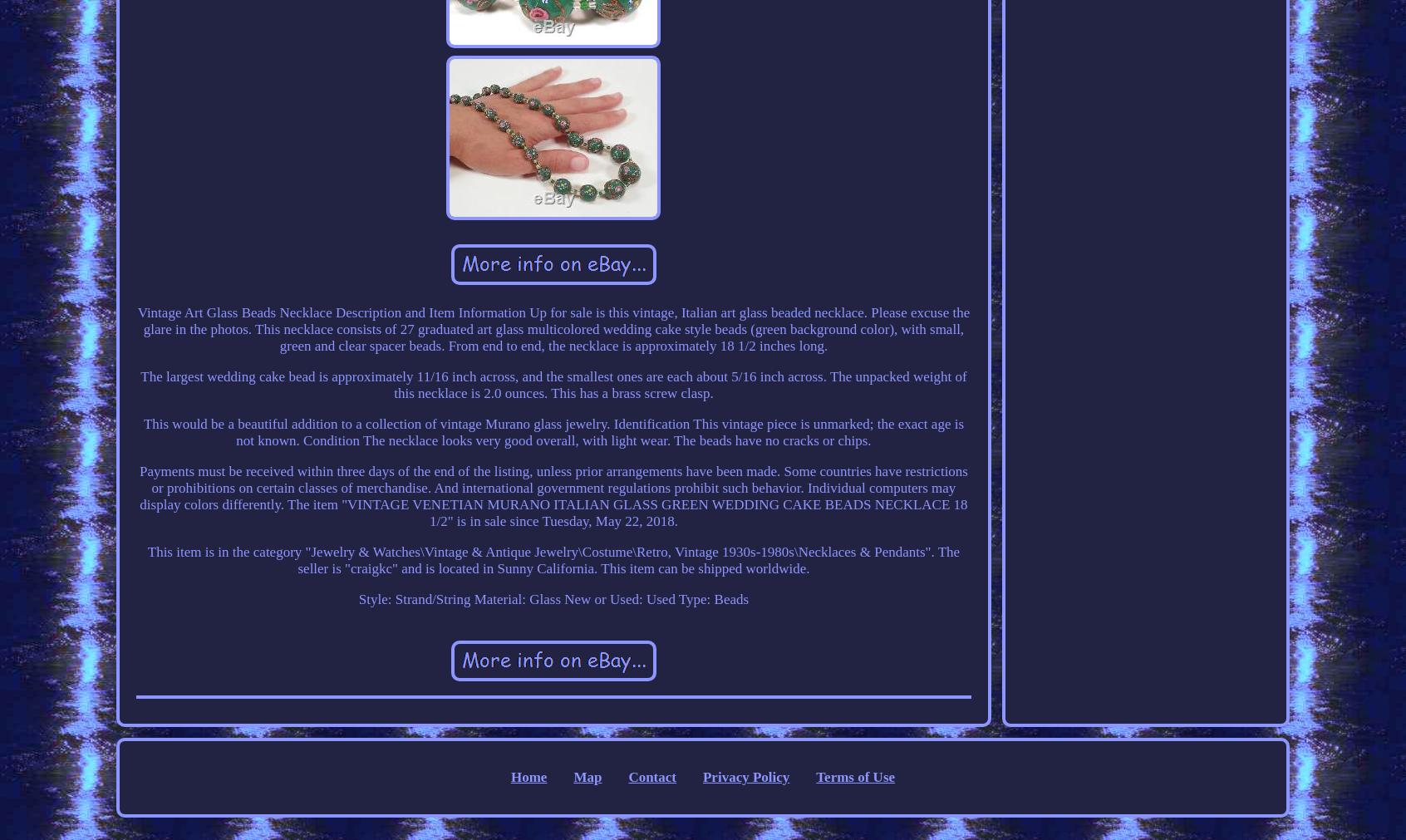 The width and height of the screenshot is (1406, 840). I want to click on 'Vintage Art Glass Beads Necklace Description and Item Information Up for sale is this vintage, Italian art glass beaded necklace. Please excuse the glare in the photos. This necklace consists of 27 graduated art glass multicolored wedding cake style beads (green background color), with small, green and clear spacer beads. From end to end, the necklace is approximately 18 1/2 inches long.', so click(553, 327).